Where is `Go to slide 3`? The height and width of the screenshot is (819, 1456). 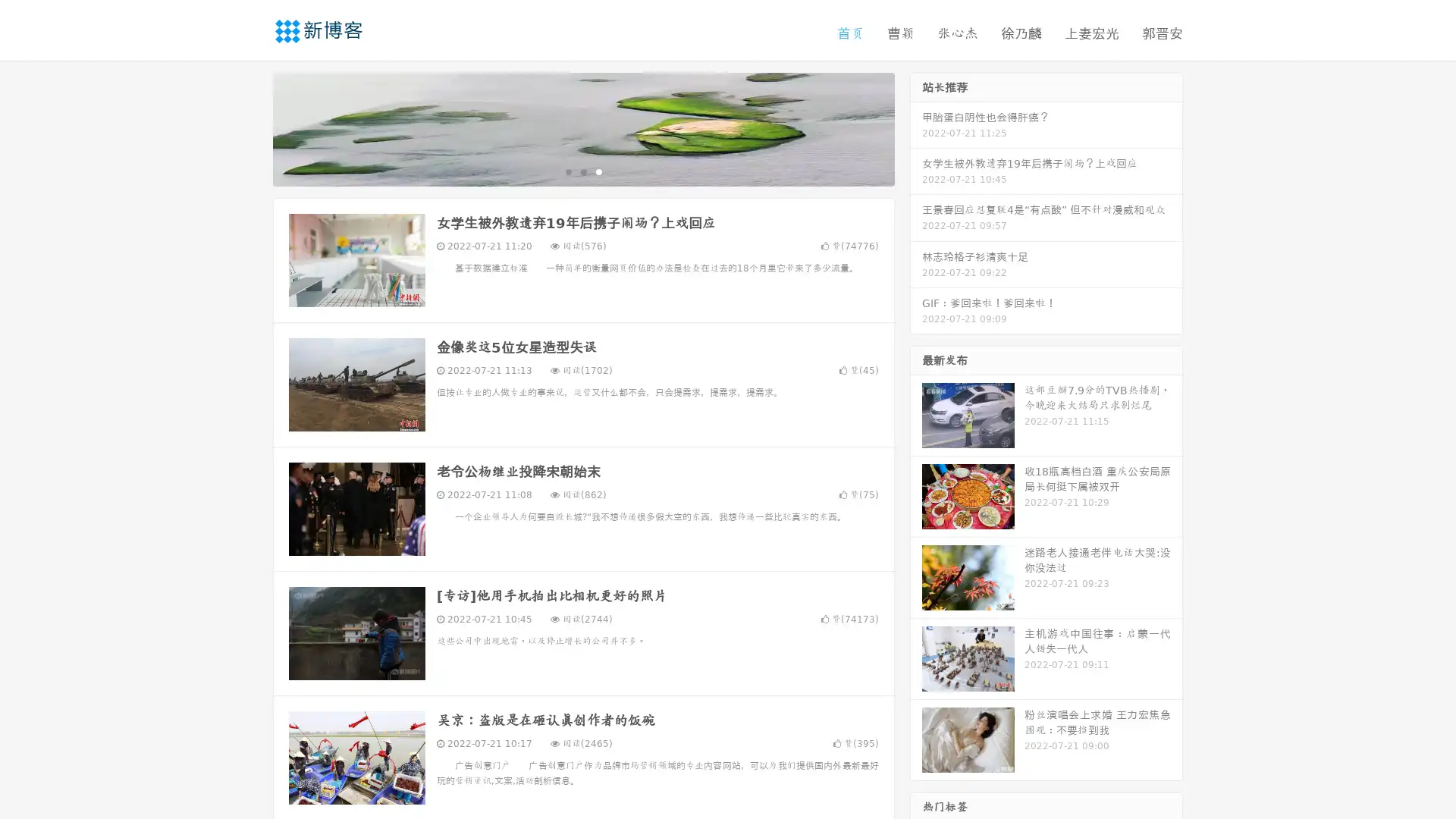
Go to slide 3 is located at coordinates (598, 171).